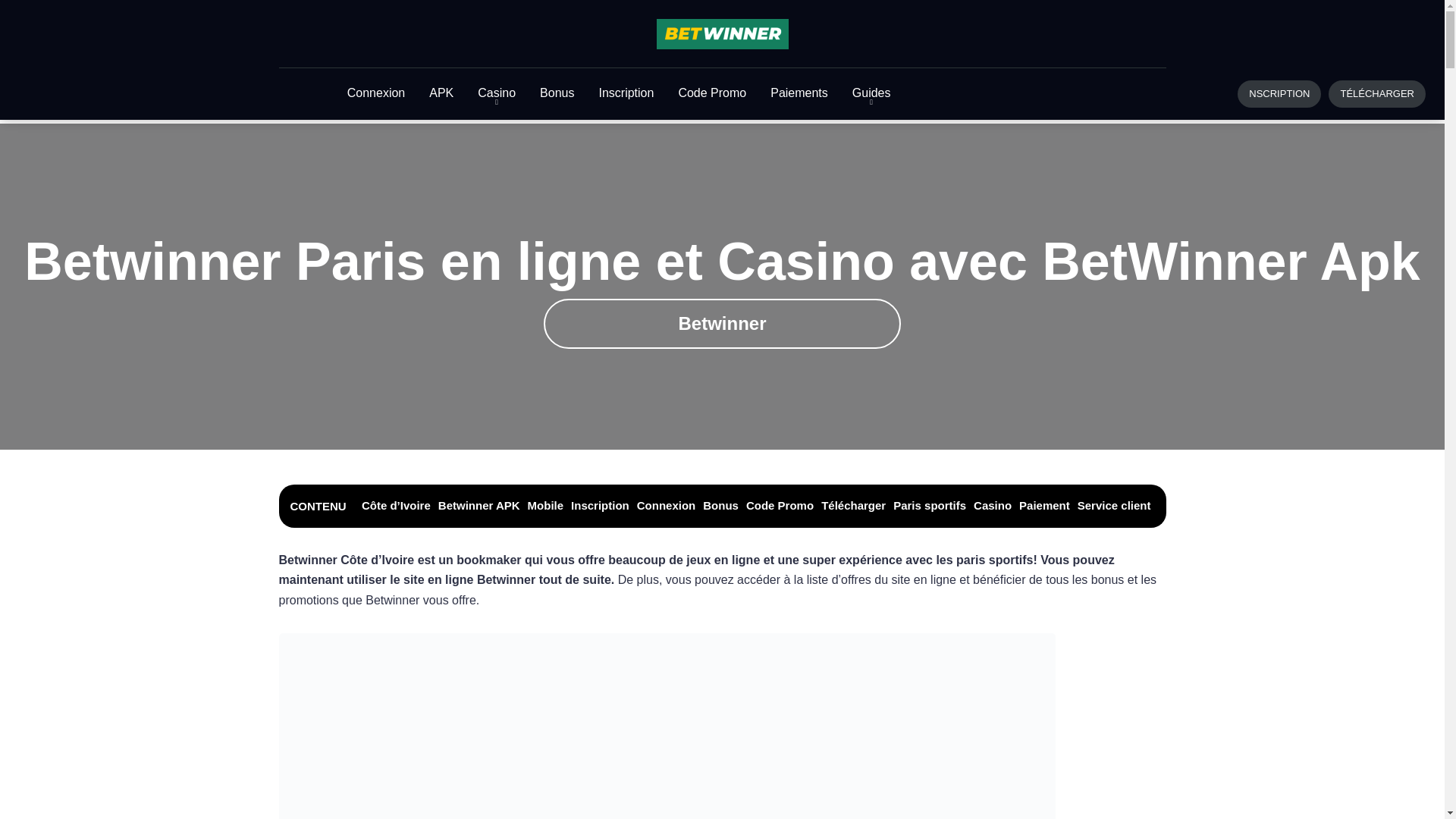  Describe the element at coordinates (928, 505) in the screenshot. I see `'Paris sportifs'` at that location.